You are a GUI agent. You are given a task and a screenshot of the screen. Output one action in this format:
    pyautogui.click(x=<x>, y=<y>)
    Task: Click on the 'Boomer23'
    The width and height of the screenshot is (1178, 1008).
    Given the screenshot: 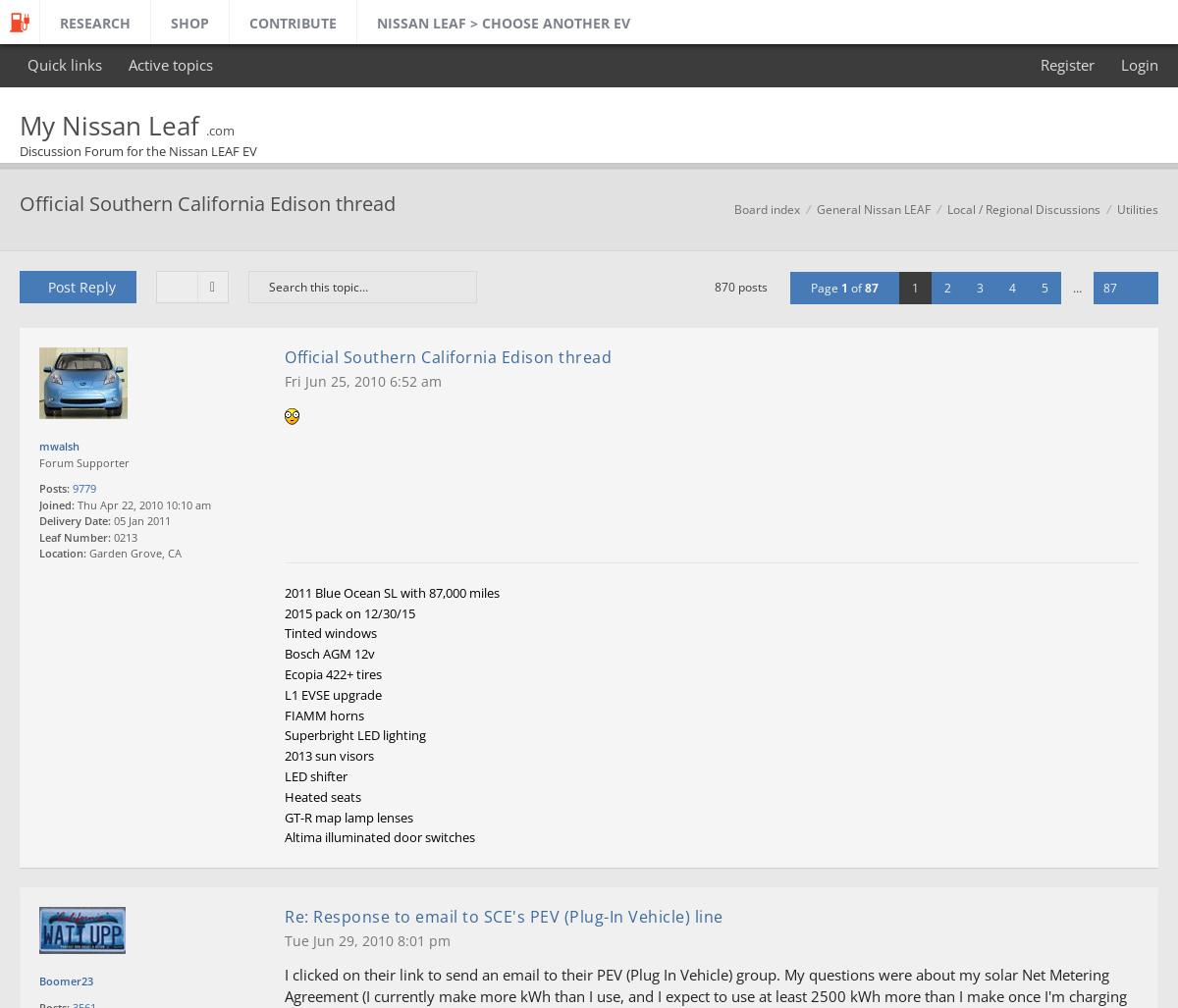 What is the action you would take?
    pyautogui.click(x=66, y=980)
    